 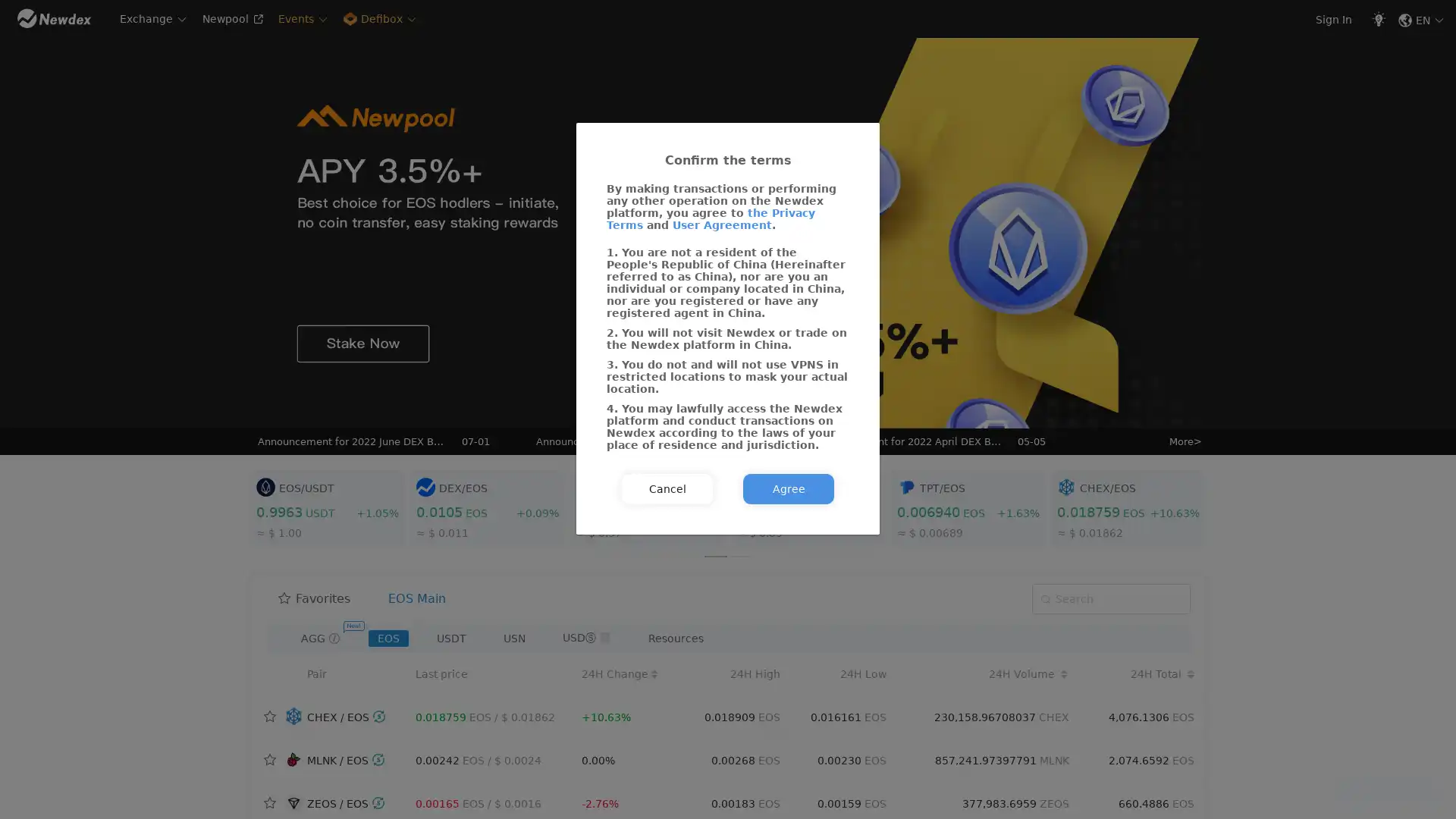 What do you see at coordinates (1420, 20) in the screenshot?
I see `EN` at bounding box center [1420, 20].